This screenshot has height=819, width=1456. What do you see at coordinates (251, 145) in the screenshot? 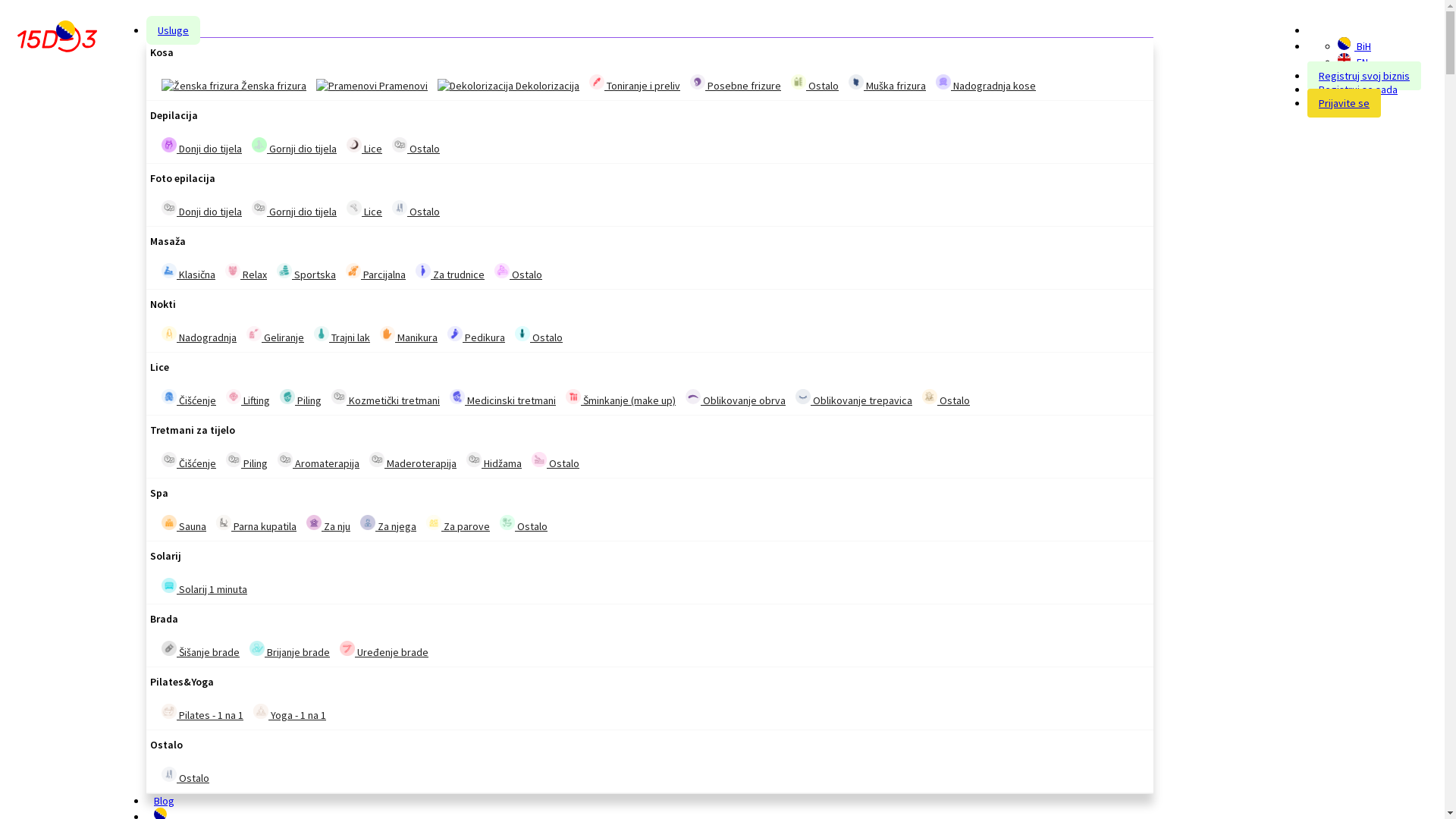
I see `'Gornji dio tijela'` at bounding box center [251, 145].